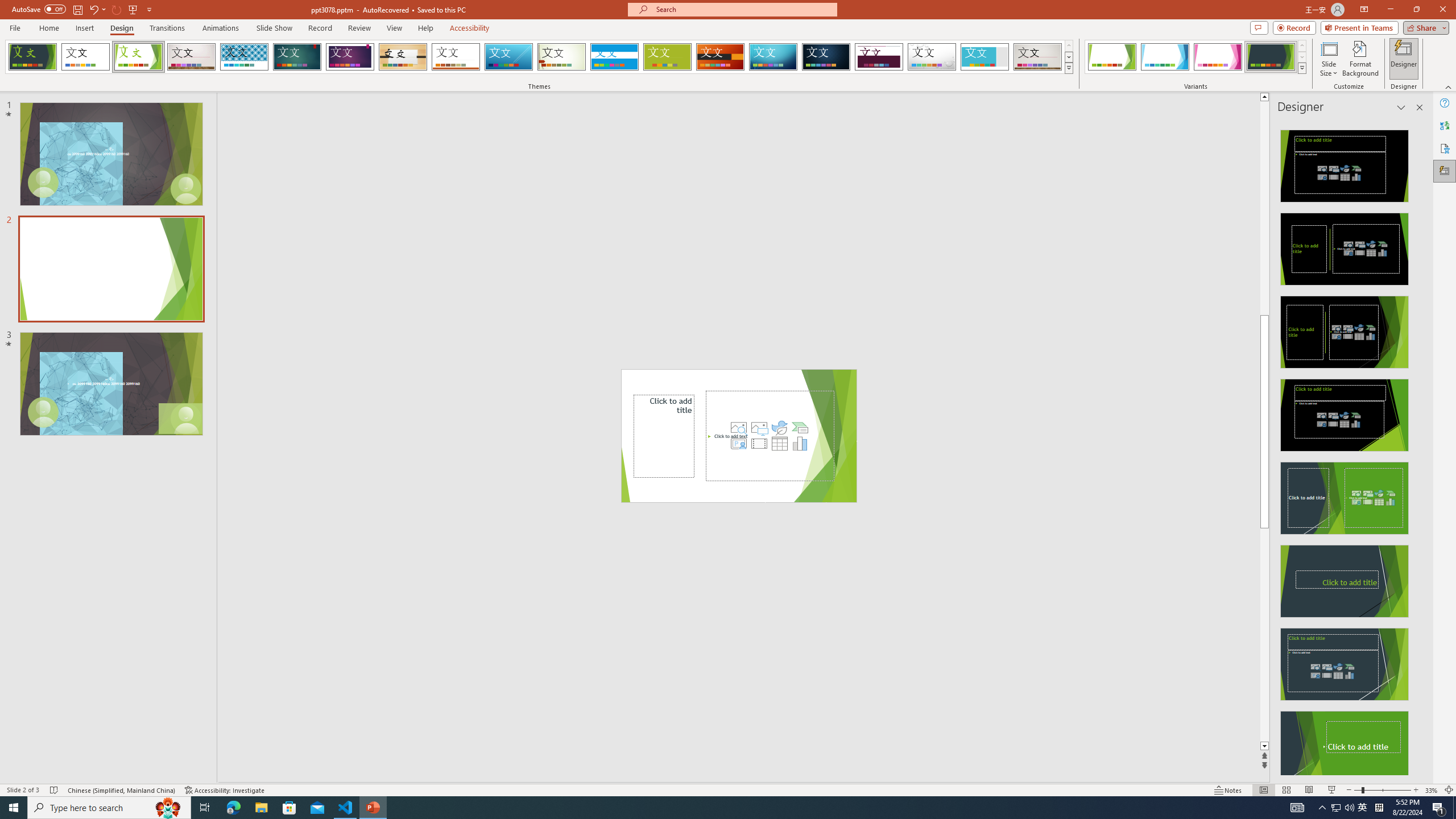 The image size is (1456, 819). Describe the element at coordinates (739, 442) in the screenshot. I see `'Insert Cameo'` at that location.